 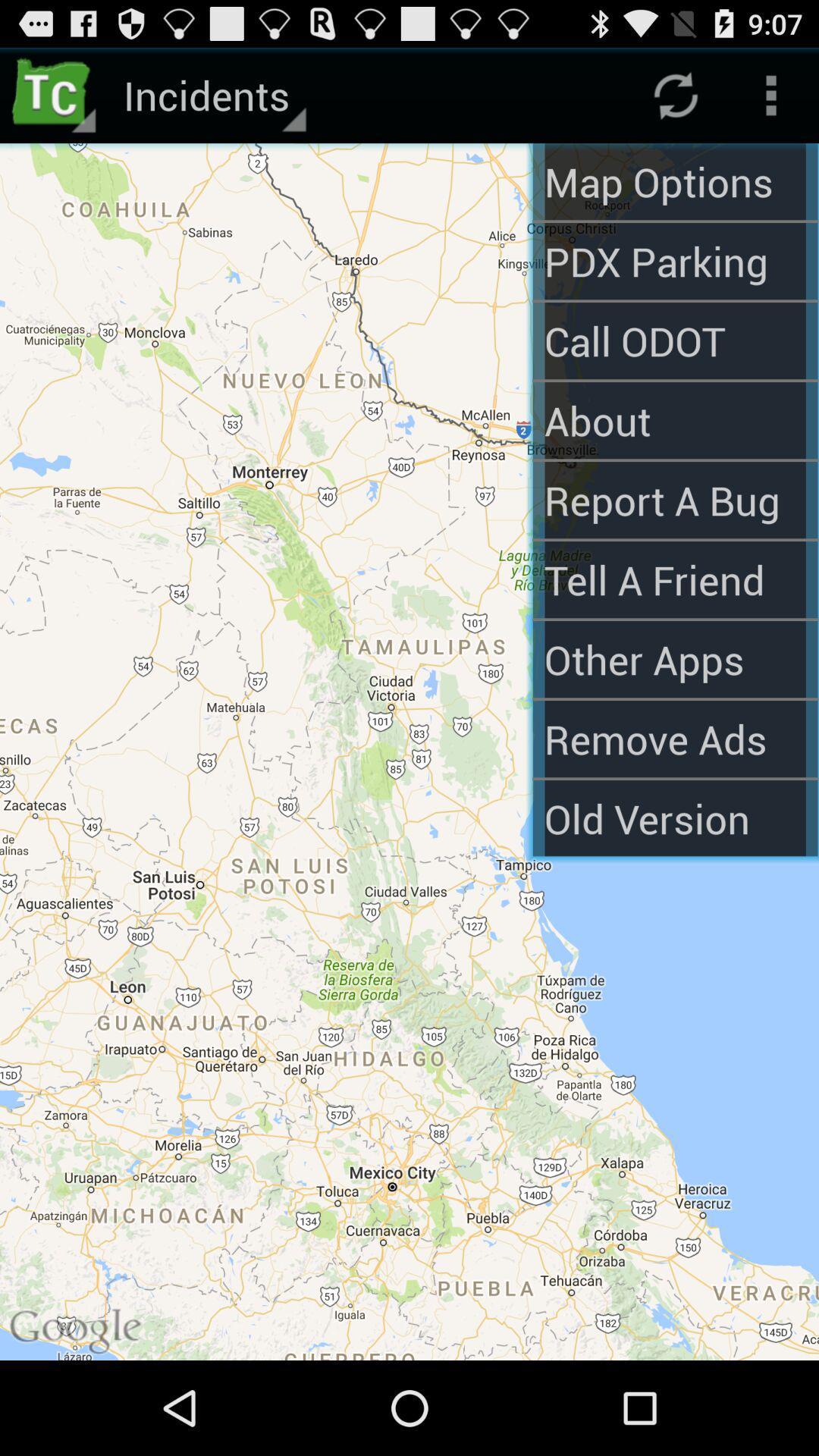 What do you see at coordinates (675, 101) in the screenshot?
I see `the refresh icon` at bounding box center [675, 101].